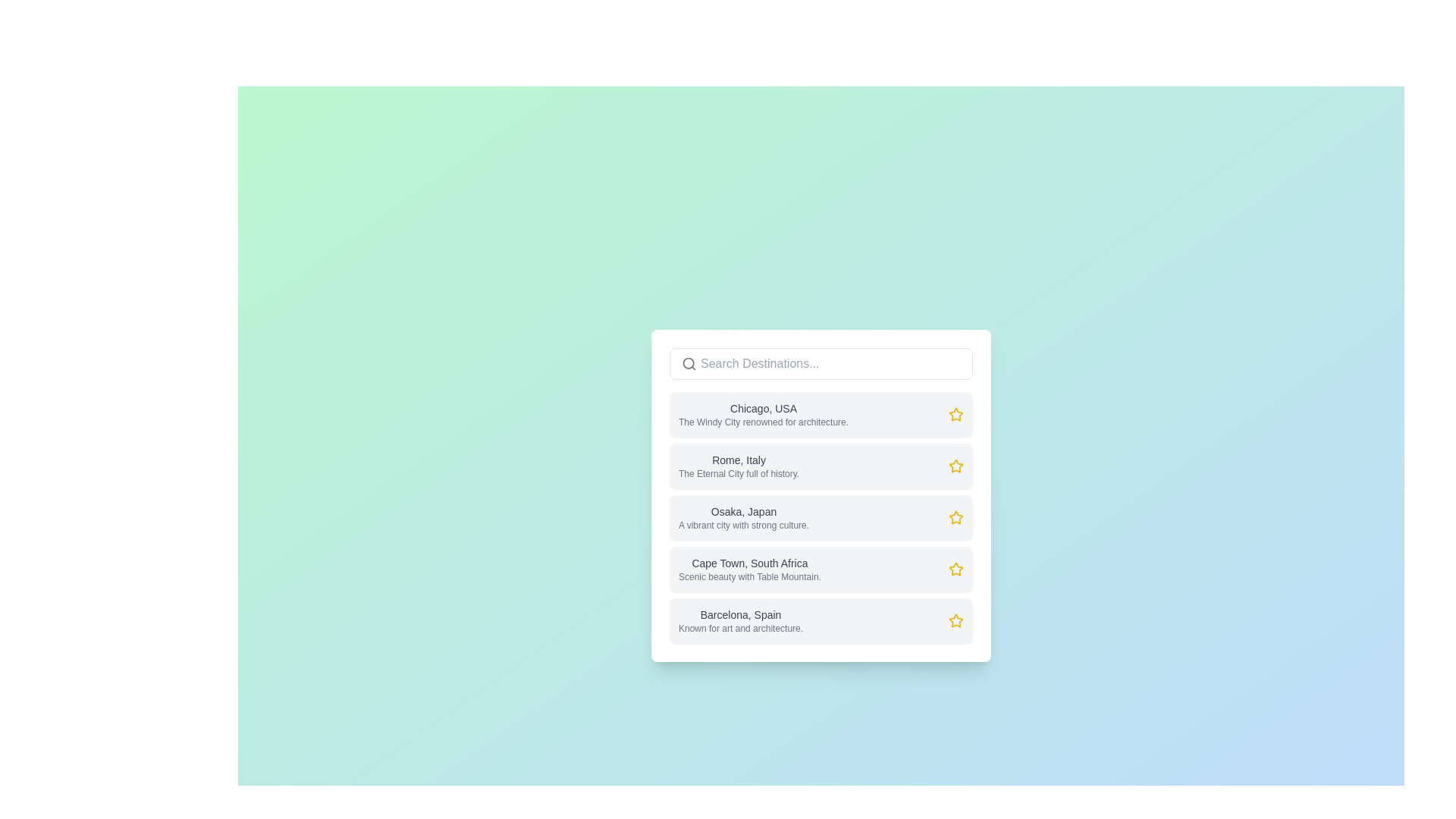 Image resolution: width=1456 pixels, height=819 pixels. I want to click on the List Item displaying 'Chicago, USA' with a description below it and a star icon, so click(821, 415).